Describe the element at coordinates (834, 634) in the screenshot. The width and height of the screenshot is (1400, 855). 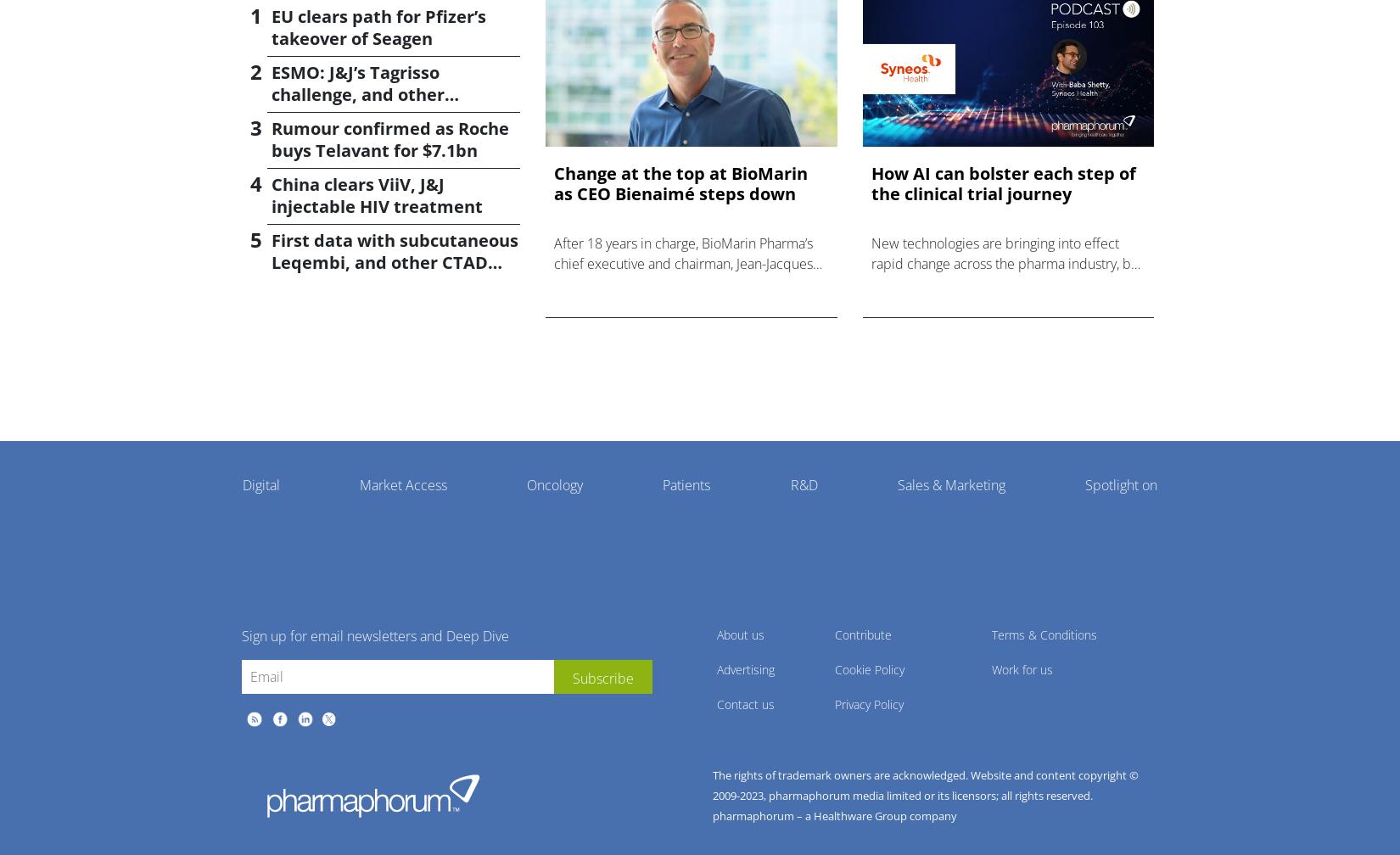
I see `'Contribute'` at that location.